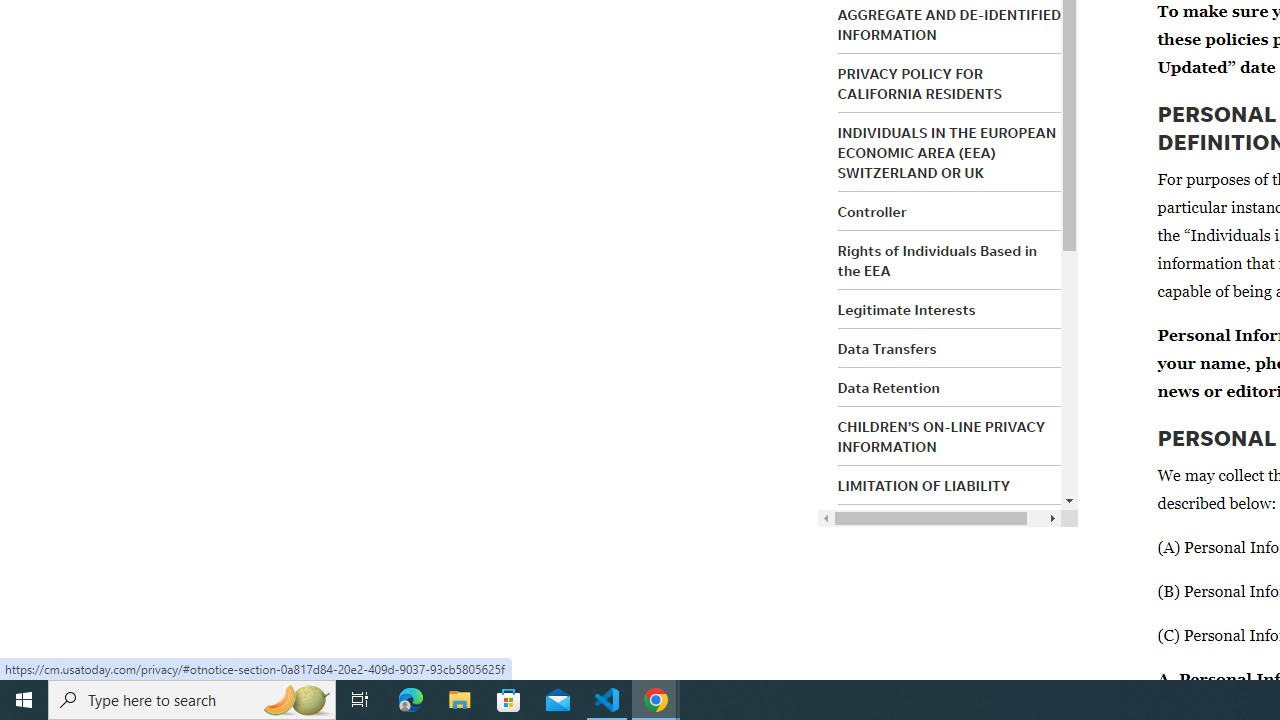  Describe the element at coordinates (872, 212) in the screenshot. I see `'Controller'` at that location.